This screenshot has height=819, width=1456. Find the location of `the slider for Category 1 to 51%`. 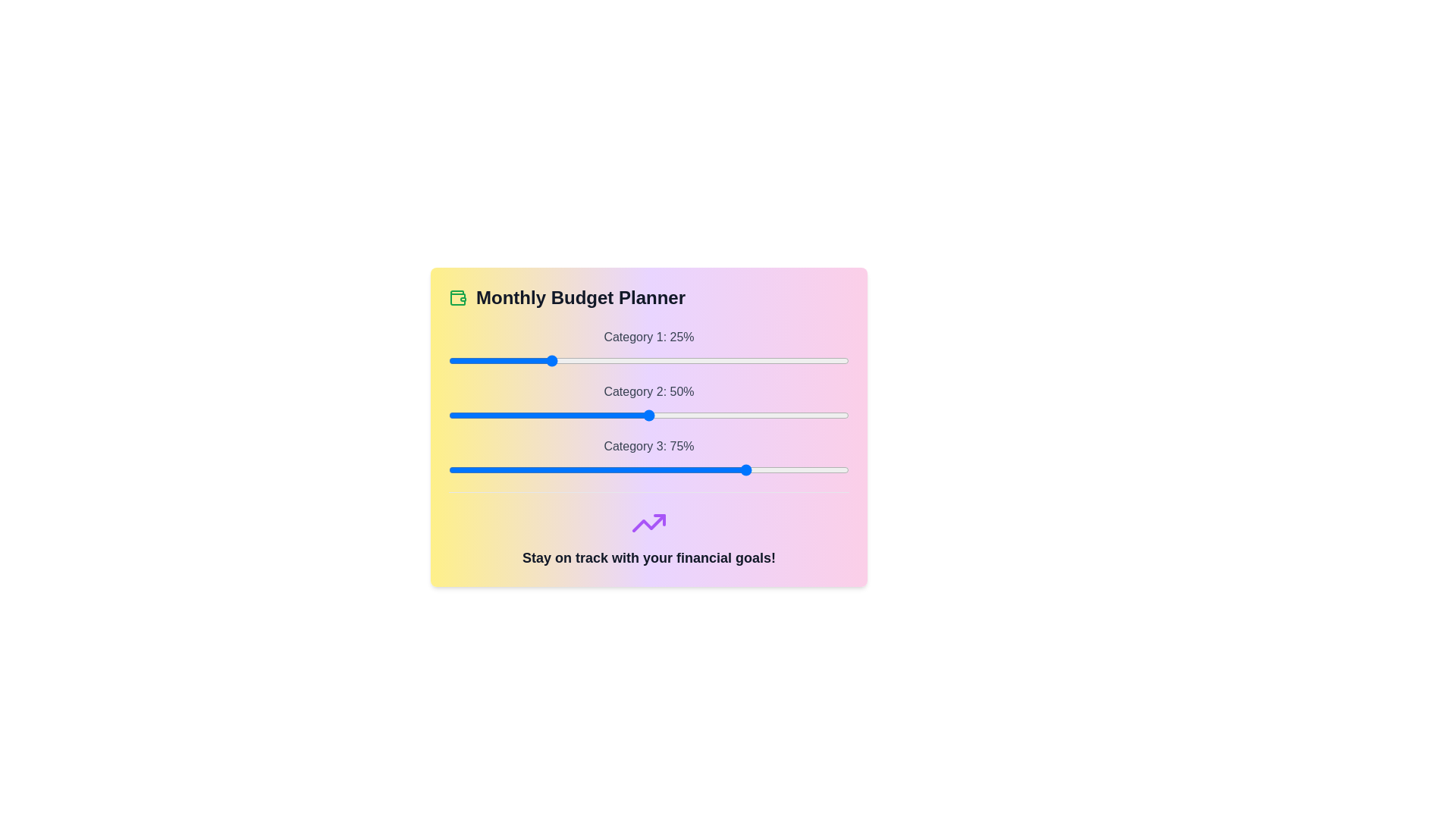

the slider for Category 1 to 51% is located at coordinates (653, 360).